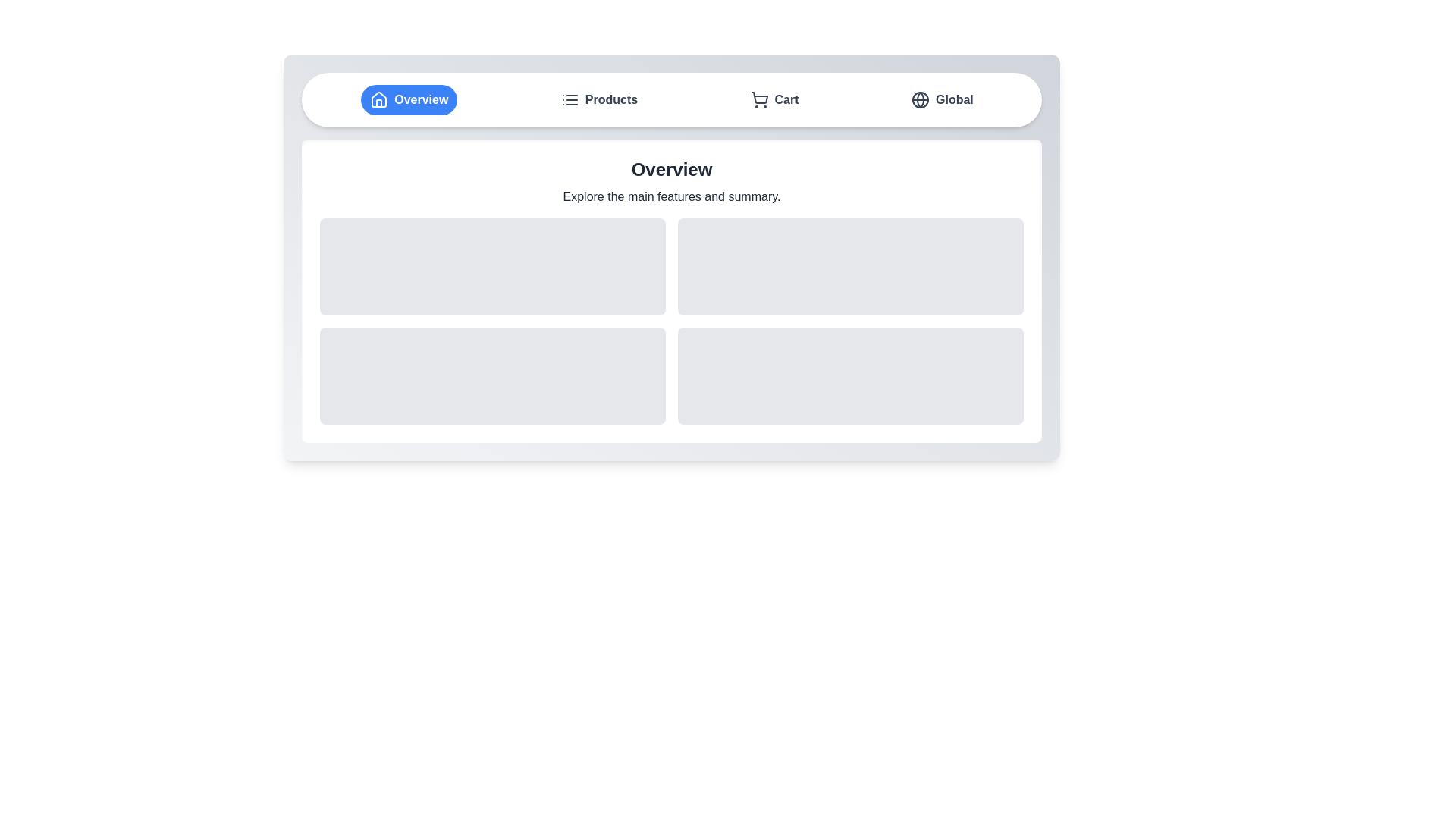 This screenshot has width=1456, height=819. What do you see at coordinates (409, 99) in the screenshot?
I see `the Overview tab to observe visual feedback` at bounding box center [409, 99].